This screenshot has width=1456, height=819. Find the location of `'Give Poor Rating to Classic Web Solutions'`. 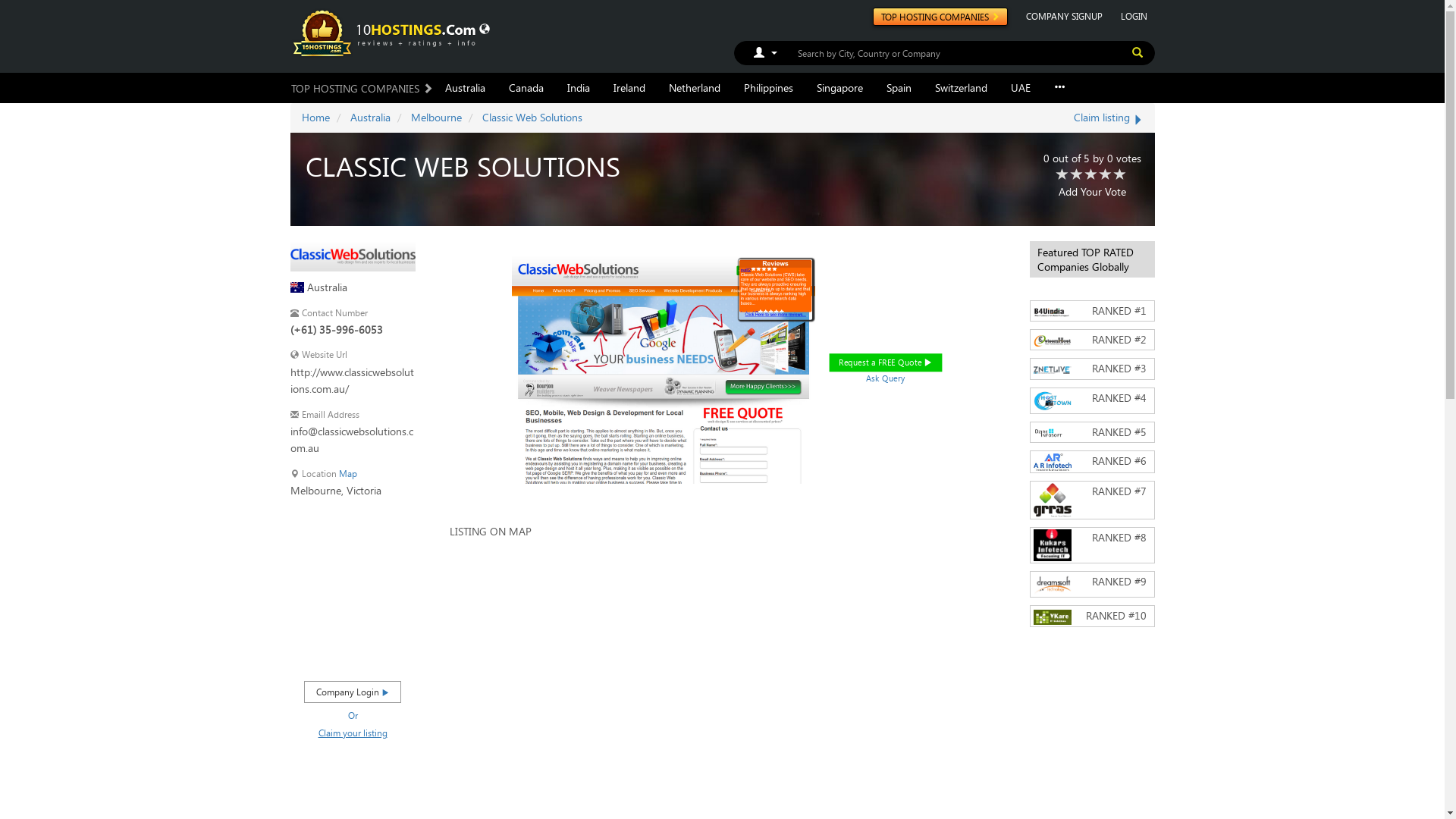

'Give Poor Rating to Classic Web Solutions' is located at coordinates (1061, 174).